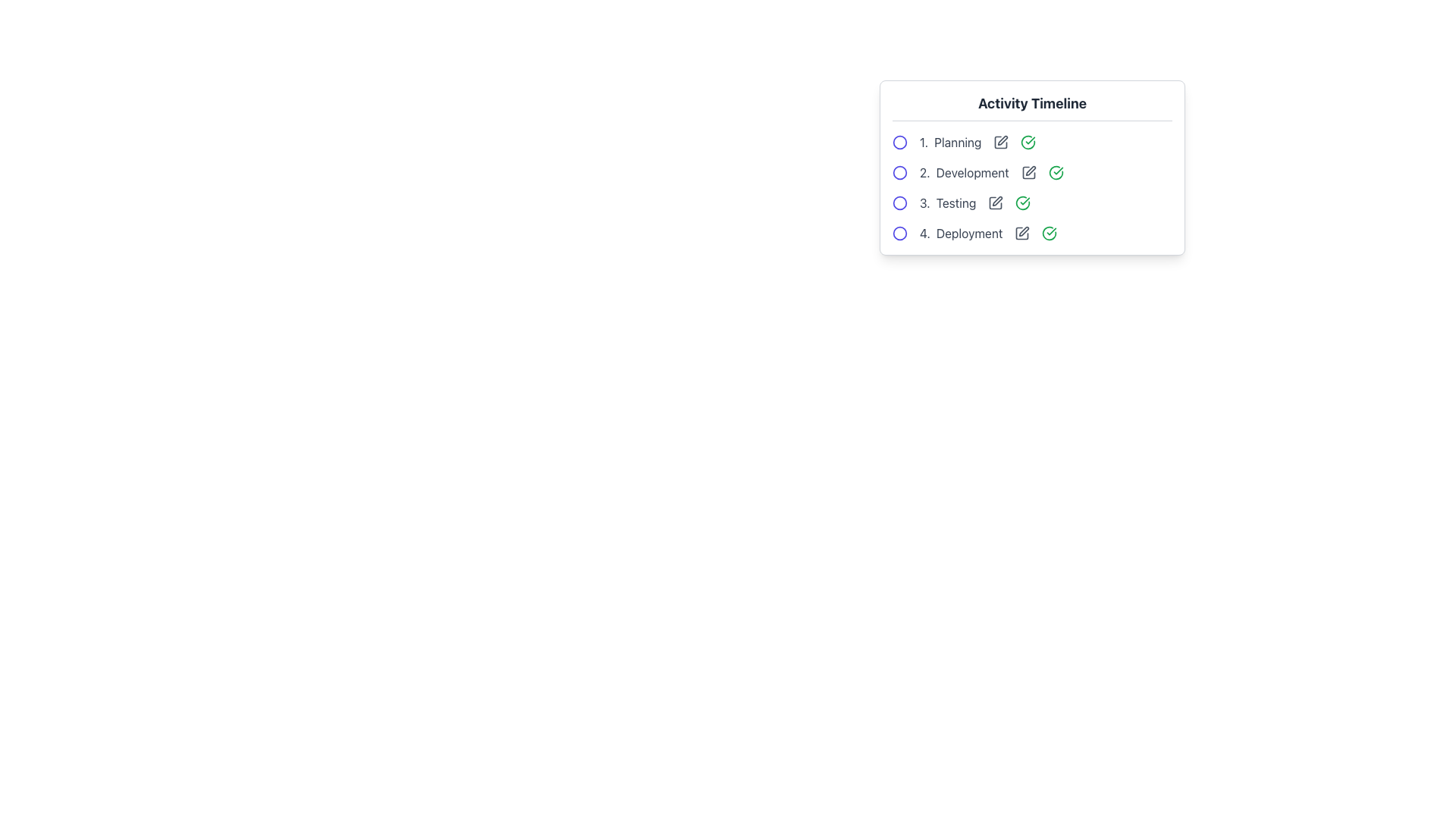 The width and height of the screenshot is (1456, 819). Describe the element at coordinates (1031, 202) in the screenshot. I see `the 'Testing' activity element in the Activity Timeline` at that location.